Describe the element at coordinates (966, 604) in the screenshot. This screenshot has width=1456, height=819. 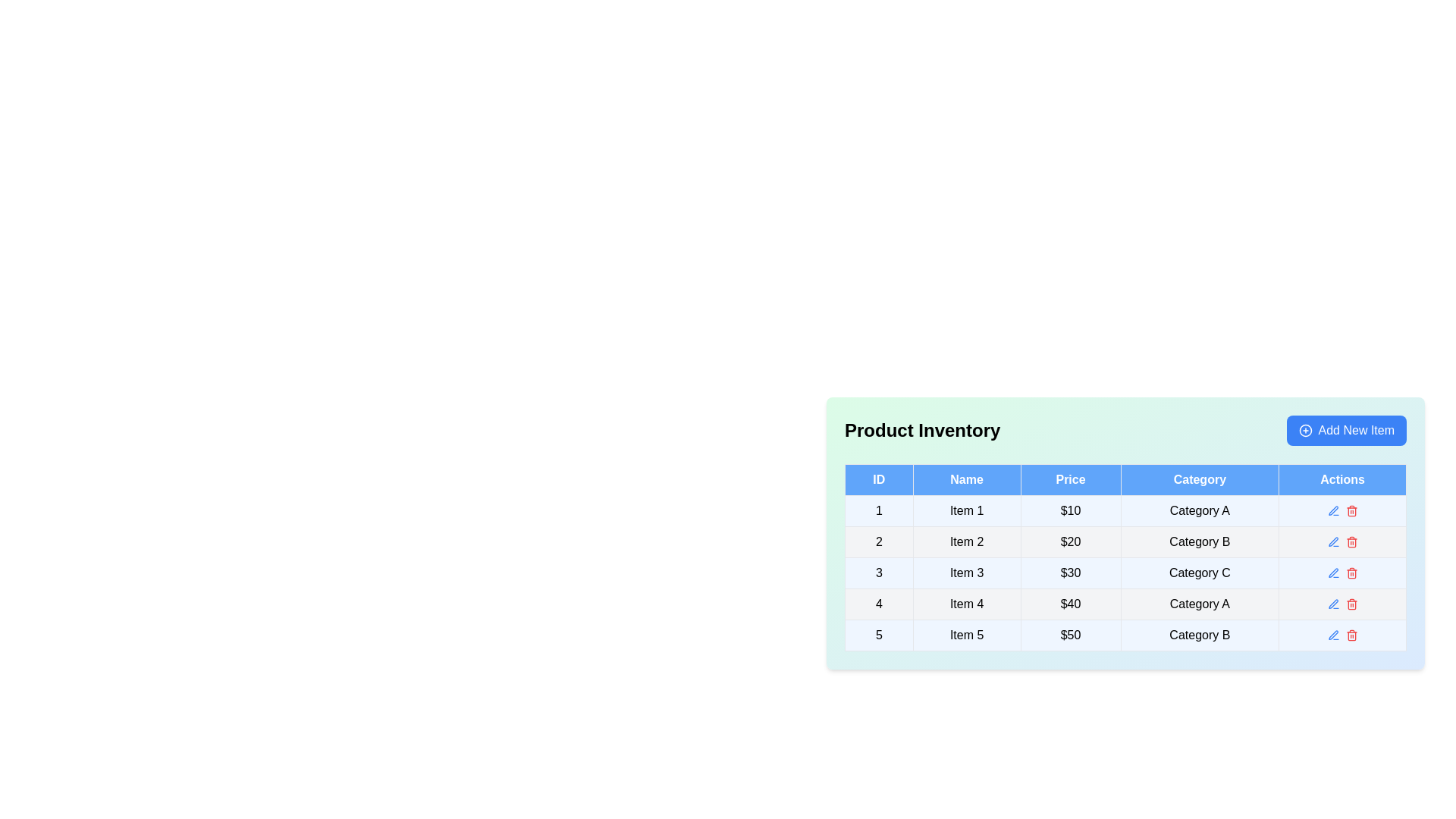
I see `the table cell containing the text 'Item 4' located in the fourth row of the table under the 'Name' column` at that location.